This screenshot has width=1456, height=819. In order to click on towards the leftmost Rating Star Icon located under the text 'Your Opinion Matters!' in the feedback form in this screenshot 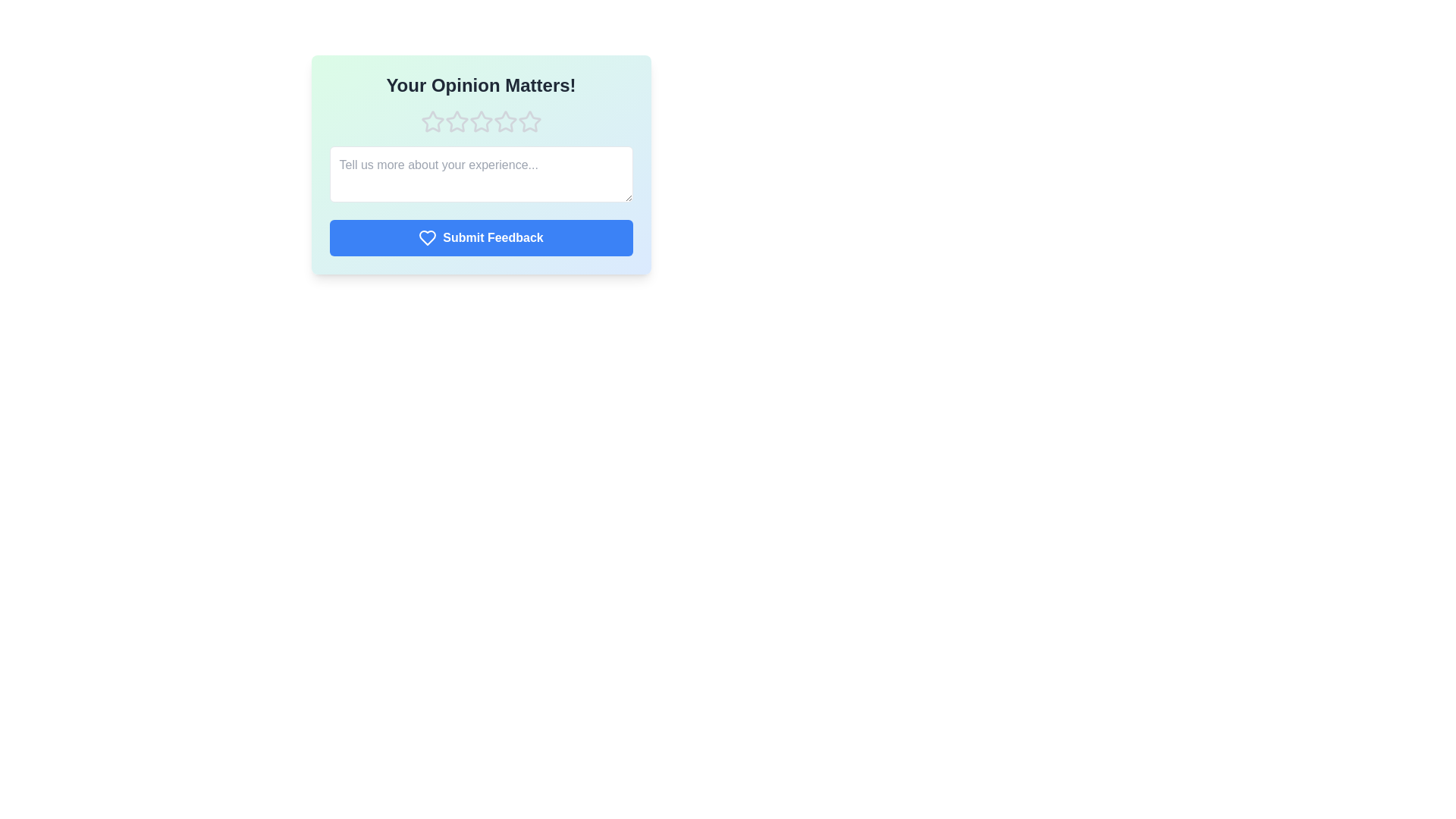, I will do `click(431, 121)`.